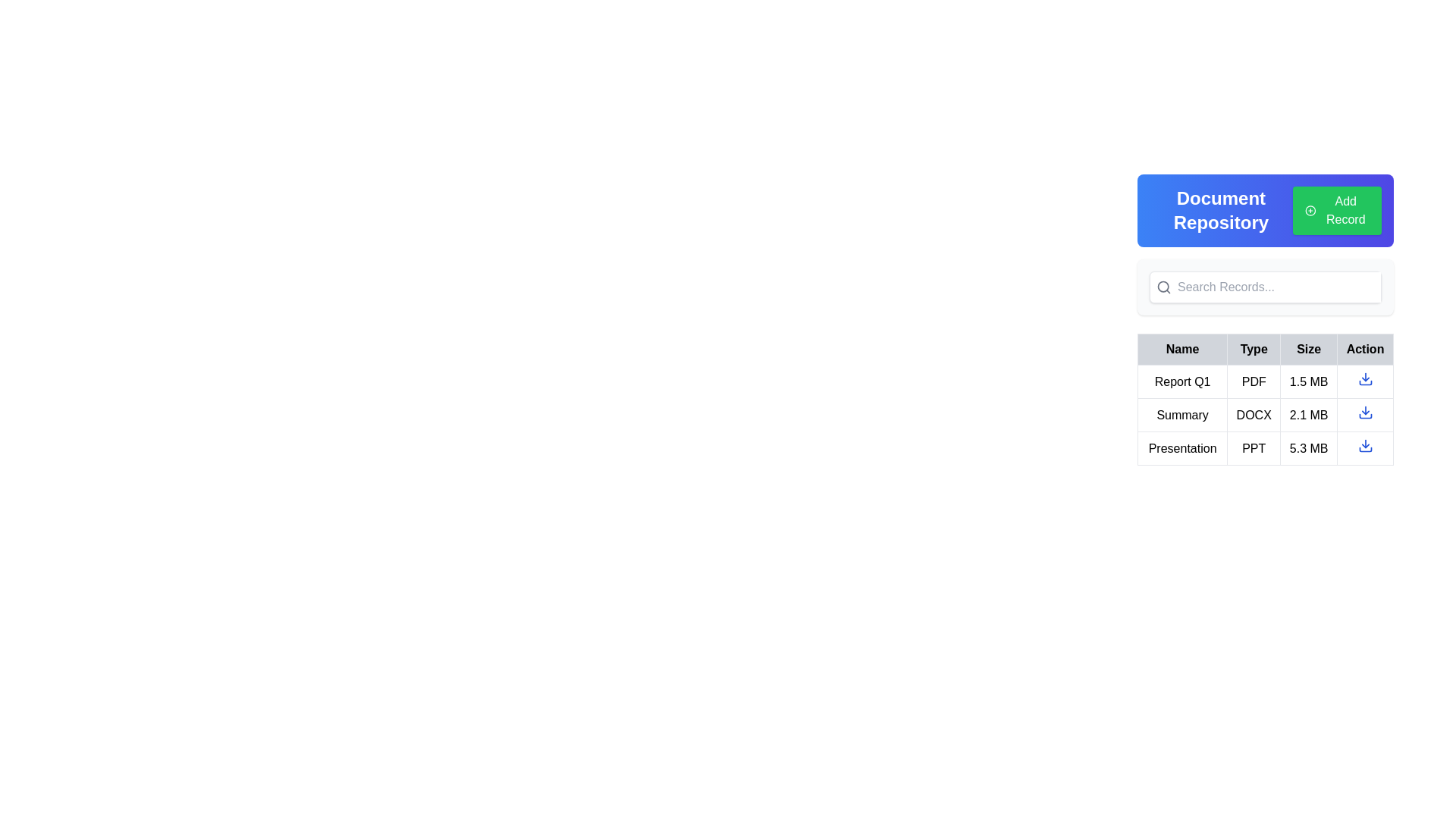  Describe the element at coordinates (1308, 350) in the screenshot. I see `the 'Size' header text label, the third header in the table` at that location.